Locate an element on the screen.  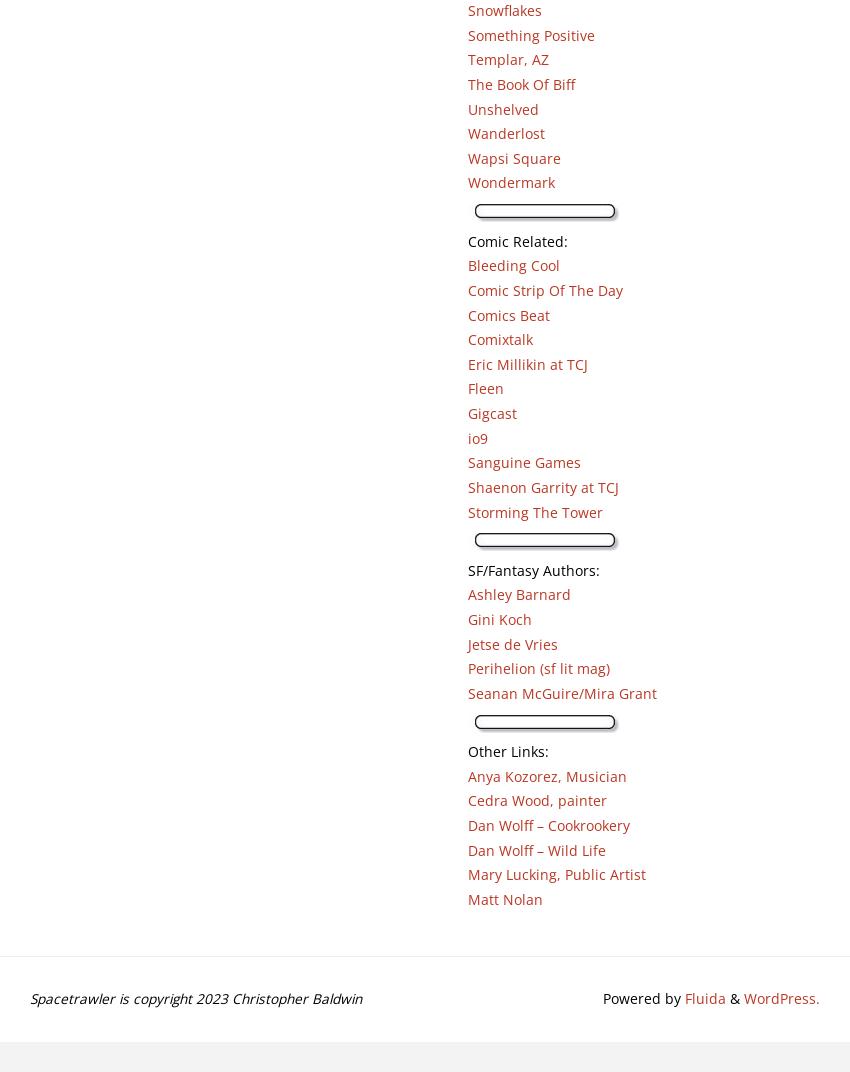
'WordPress.' is located at coordinates (742, 997).